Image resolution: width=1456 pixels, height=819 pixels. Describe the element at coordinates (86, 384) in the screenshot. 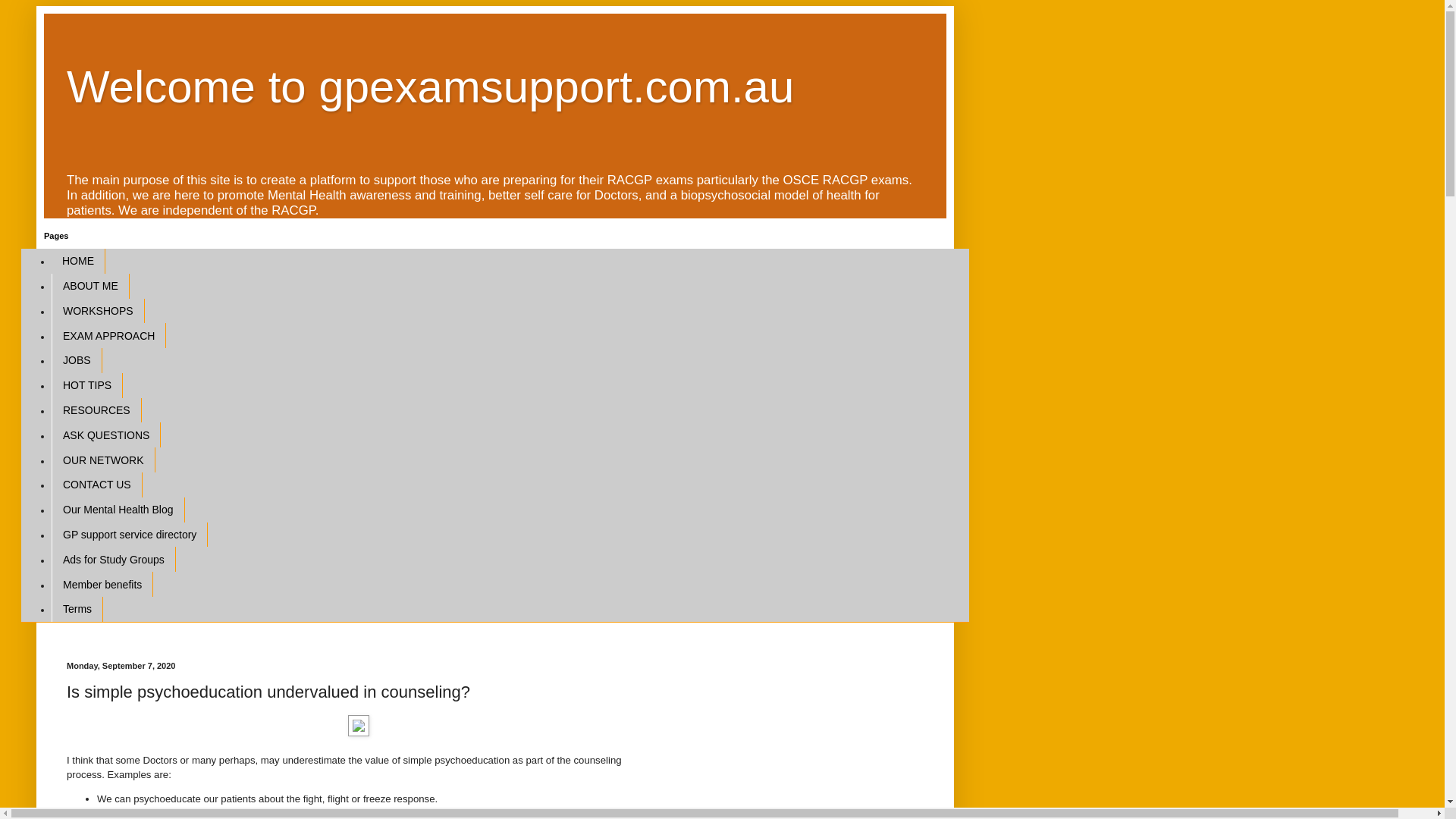

I see `'HOT TIPS'` at that location.